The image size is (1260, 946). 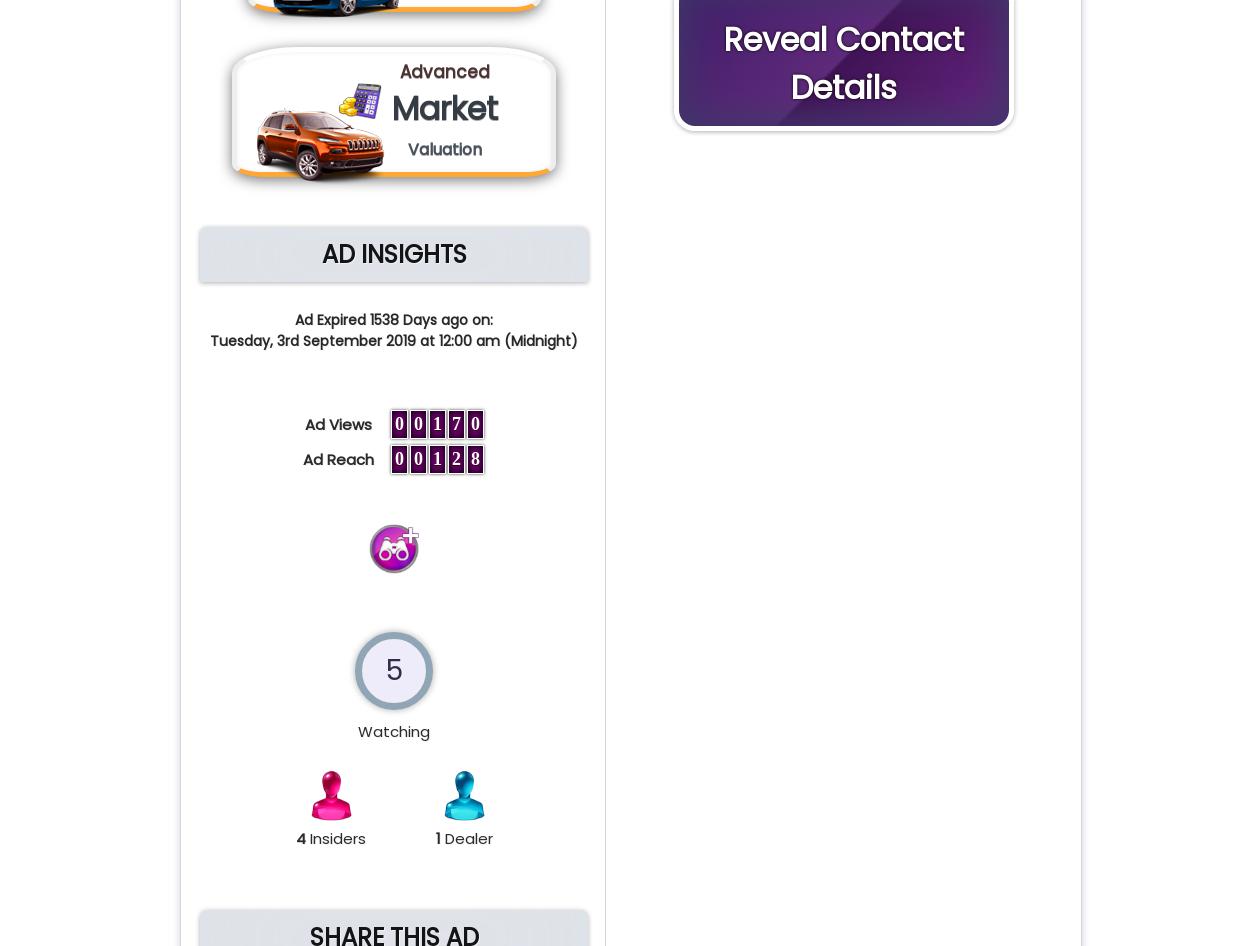 I want to click on 'AD INSIGHTS', so click(x=393, y=253).